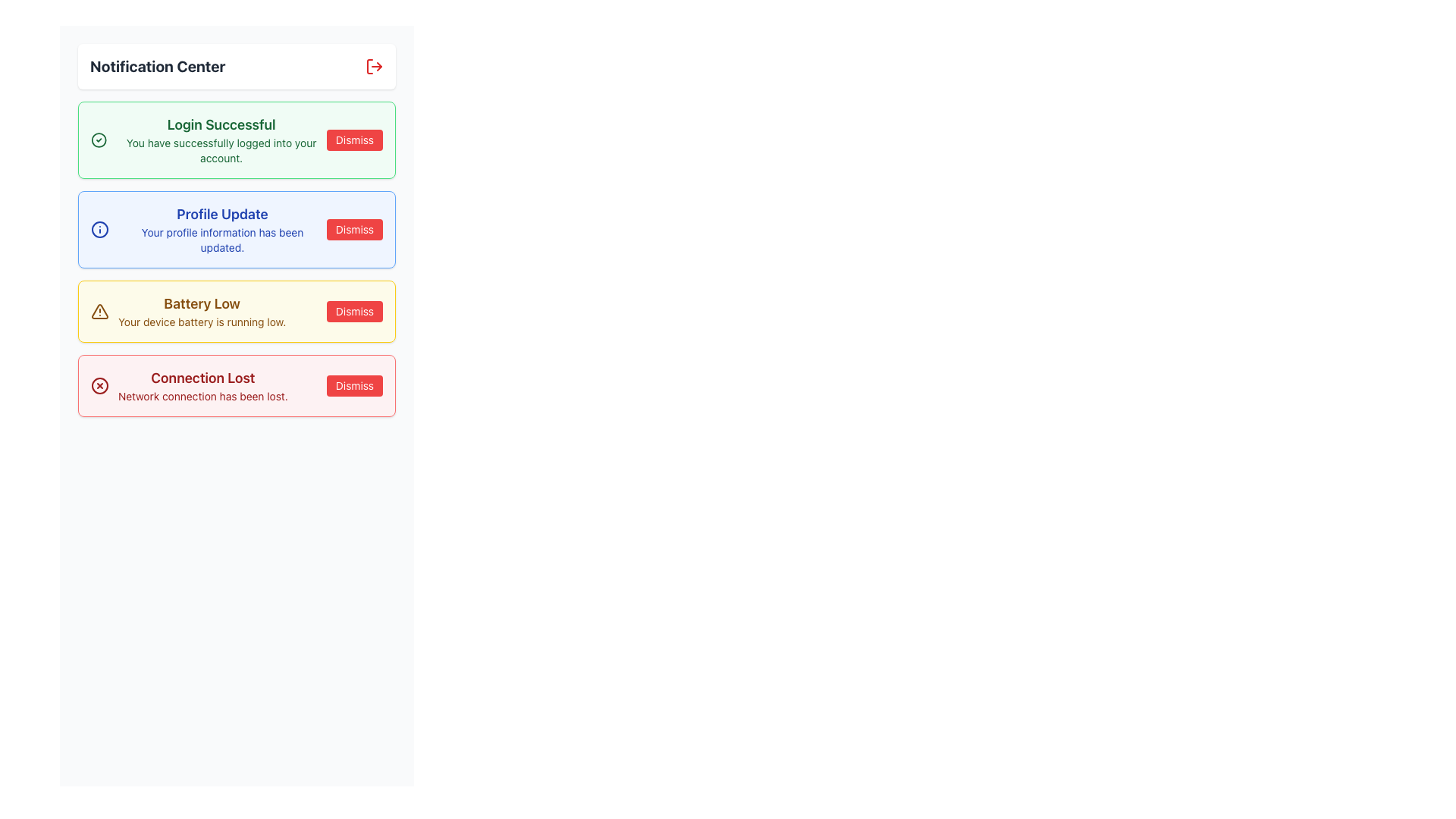 Image resolution: width=1456 pixels, height=819 pixels. I want to click on the red 'Dismiss' button with white text to observe the visual changes in its appearance, so click(353, 385).